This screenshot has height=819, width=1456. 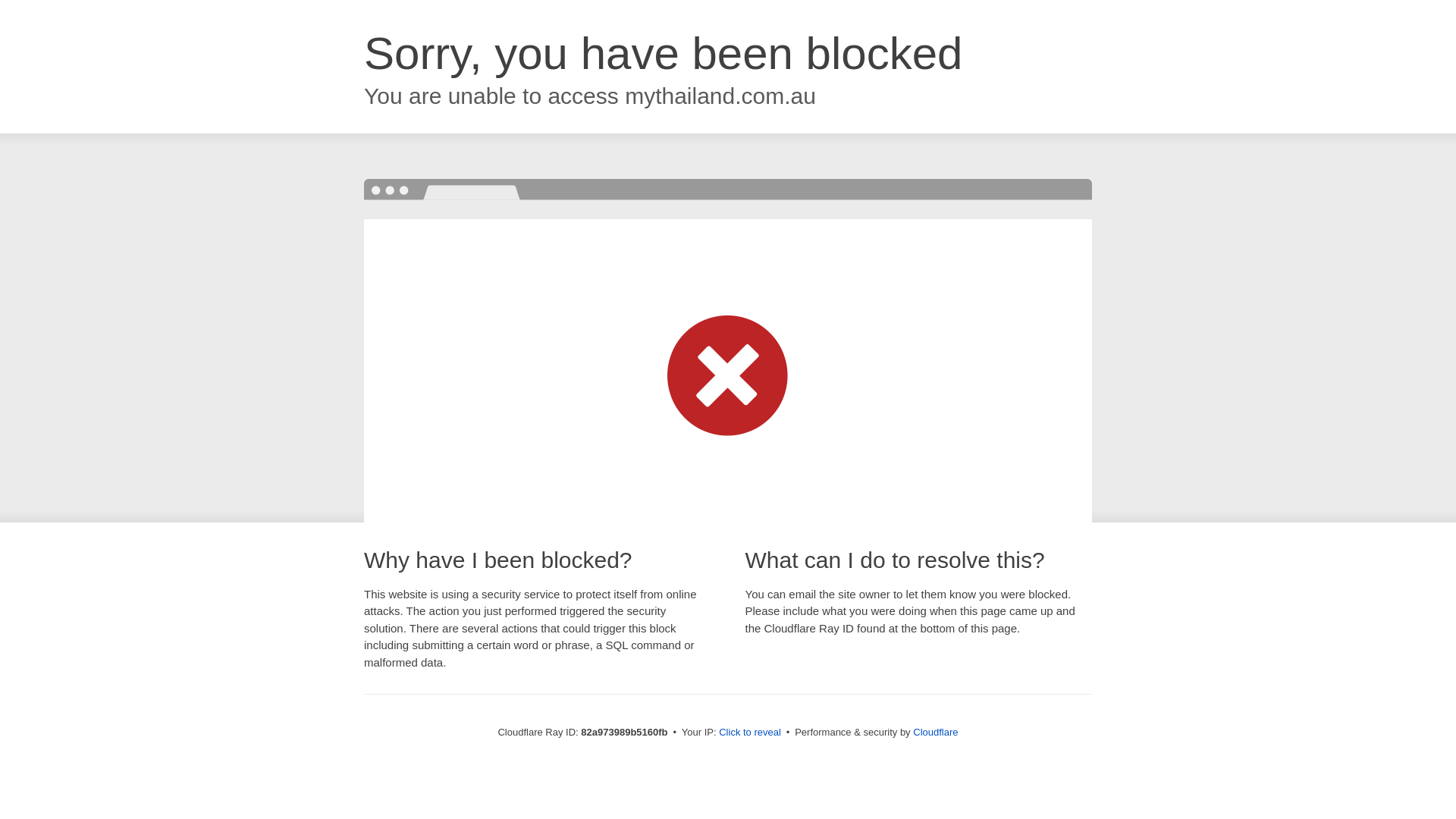 What do you see at coordinates (749, 731) in the screenshot?
I see `'Click to reveal'` at bounding box center [749, 731].